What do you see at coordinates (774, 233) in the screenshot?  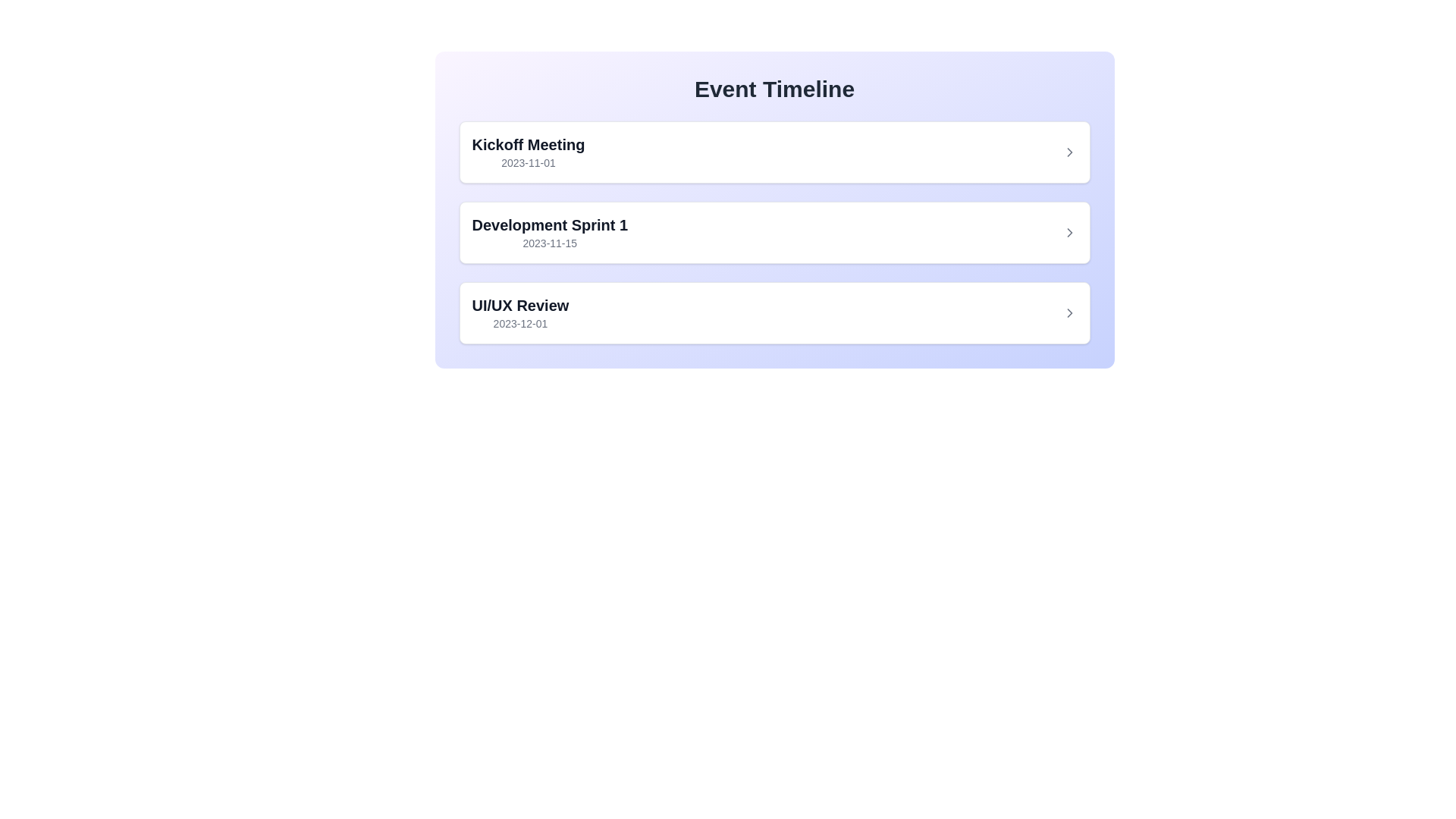 I see `the event entry card for 'Development Sprint 1' located in the timeline` at bounding box center [774, 233].